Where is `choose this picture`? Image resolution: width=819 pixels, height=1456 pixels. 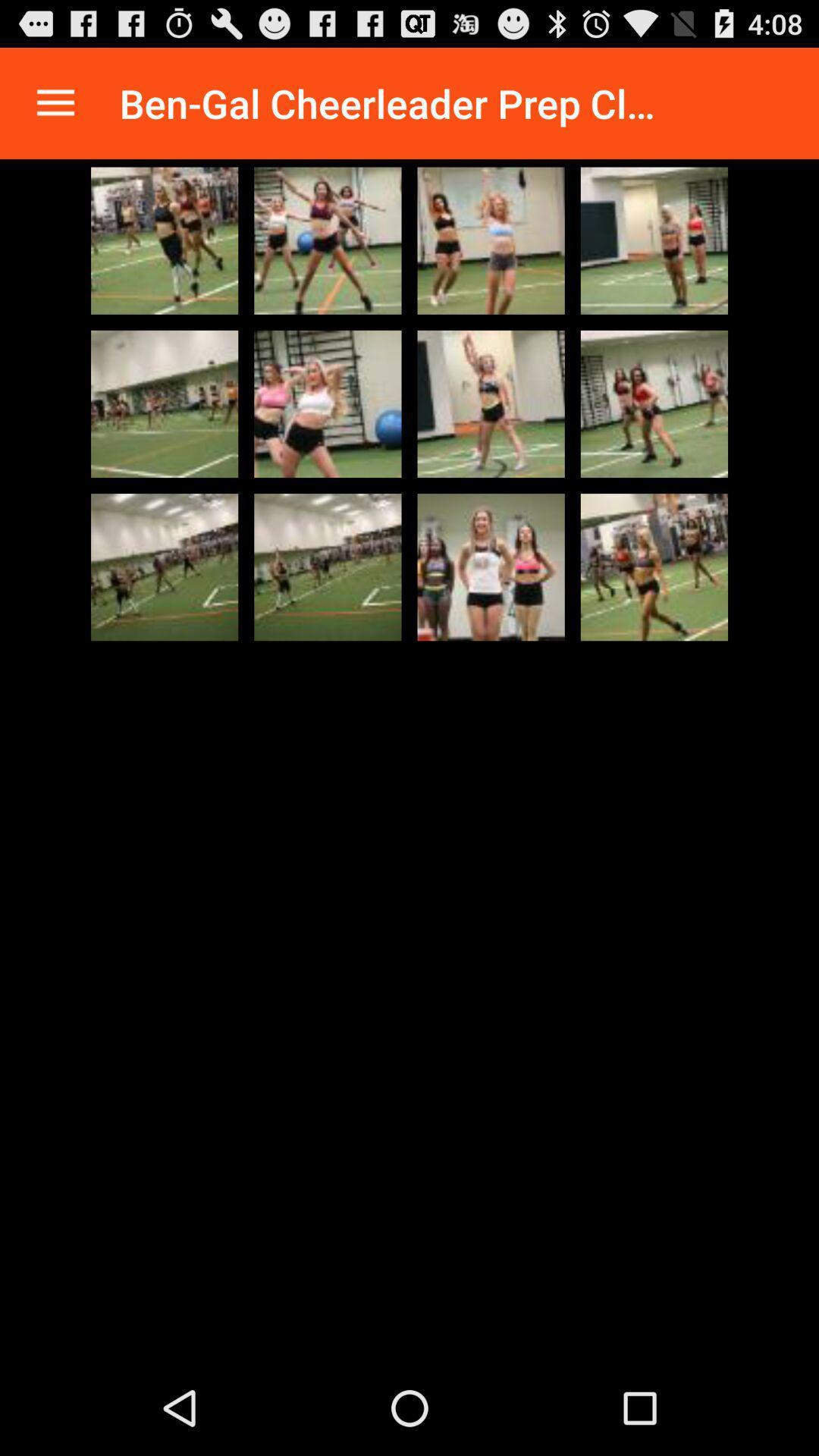
choose this picture is located at coordinates (653, 403).